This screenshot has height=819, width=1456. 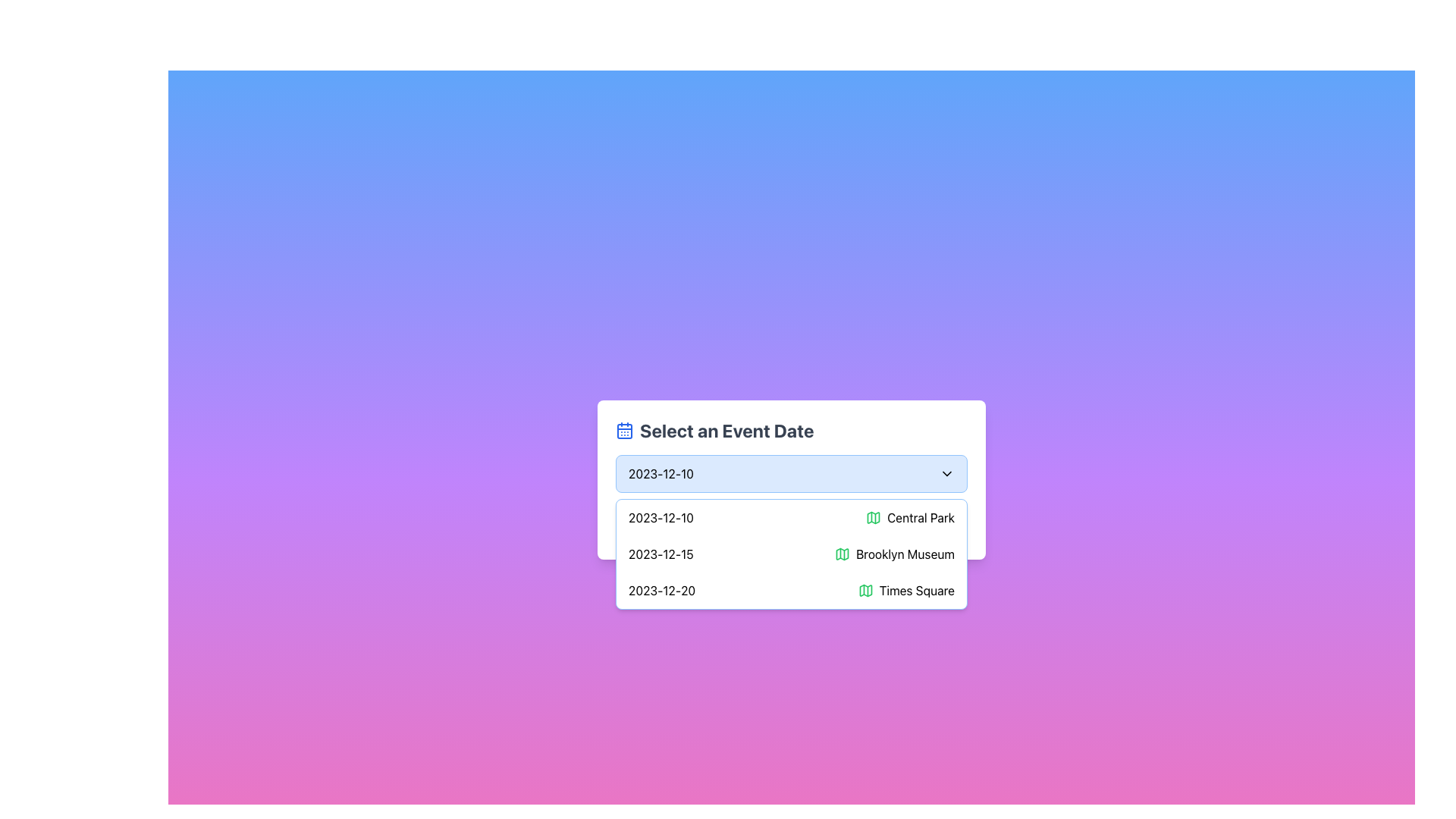 I want to click on the third item in the dropdown menu representing the event at Times Square on December 20, 2023, so click(x=790, y=590).